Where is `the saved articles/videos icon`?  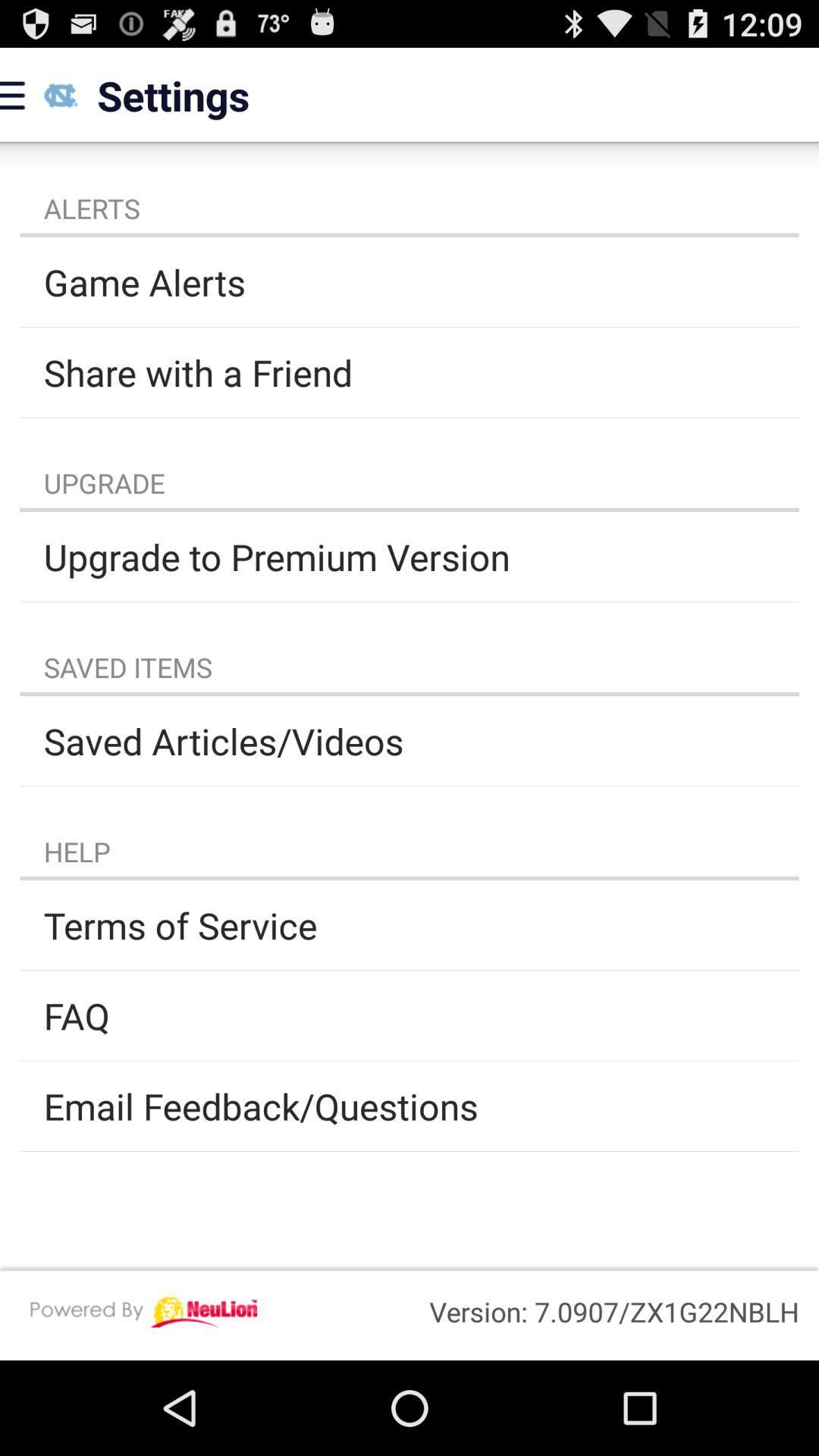
the saved articles/videos icon is located at coordinates (409, 741).